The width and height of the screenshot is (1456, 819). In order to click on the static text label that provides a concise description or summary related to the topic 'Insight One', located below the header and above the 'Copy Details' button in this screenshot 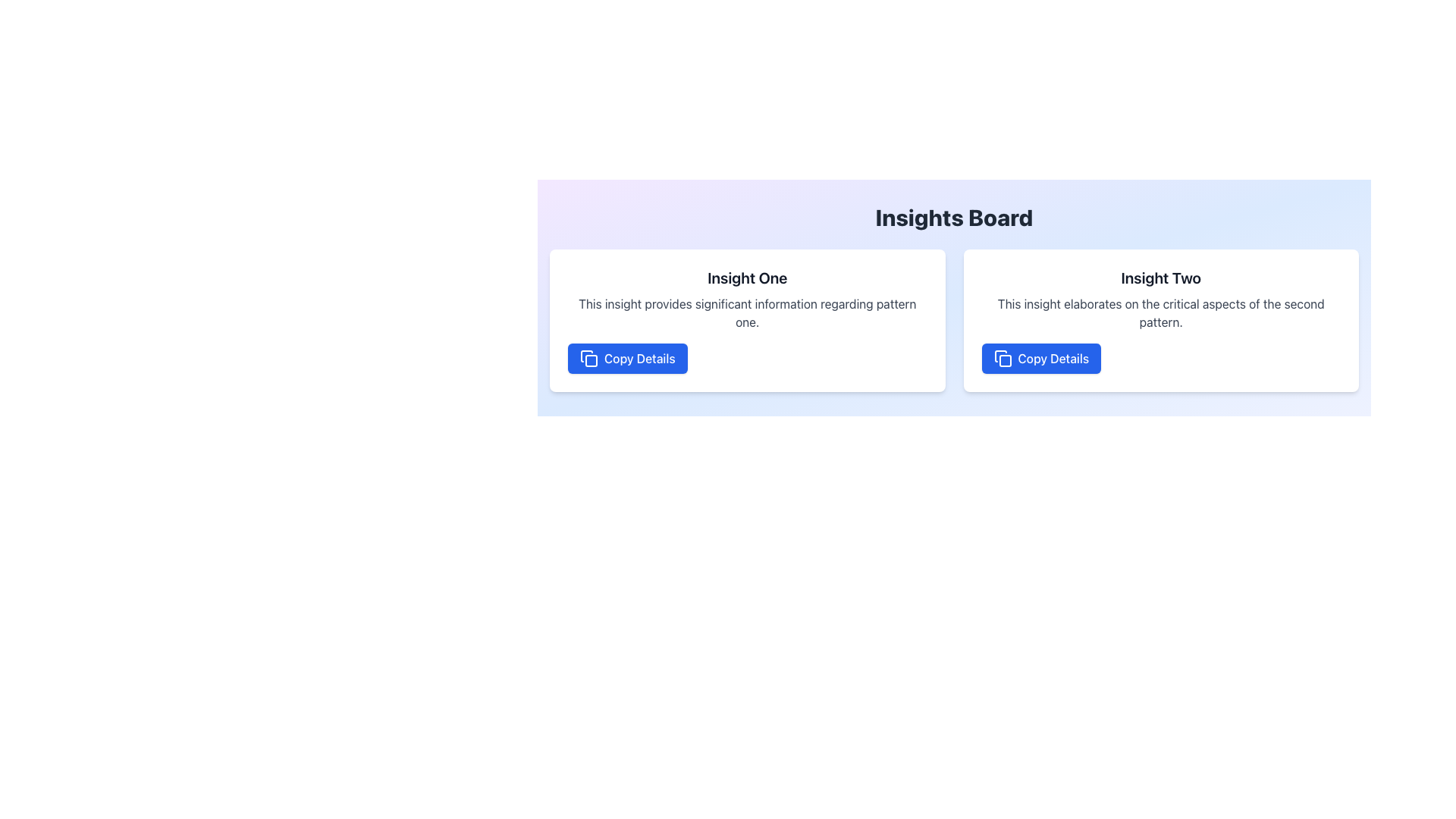, I will do `click(747, 312)`.